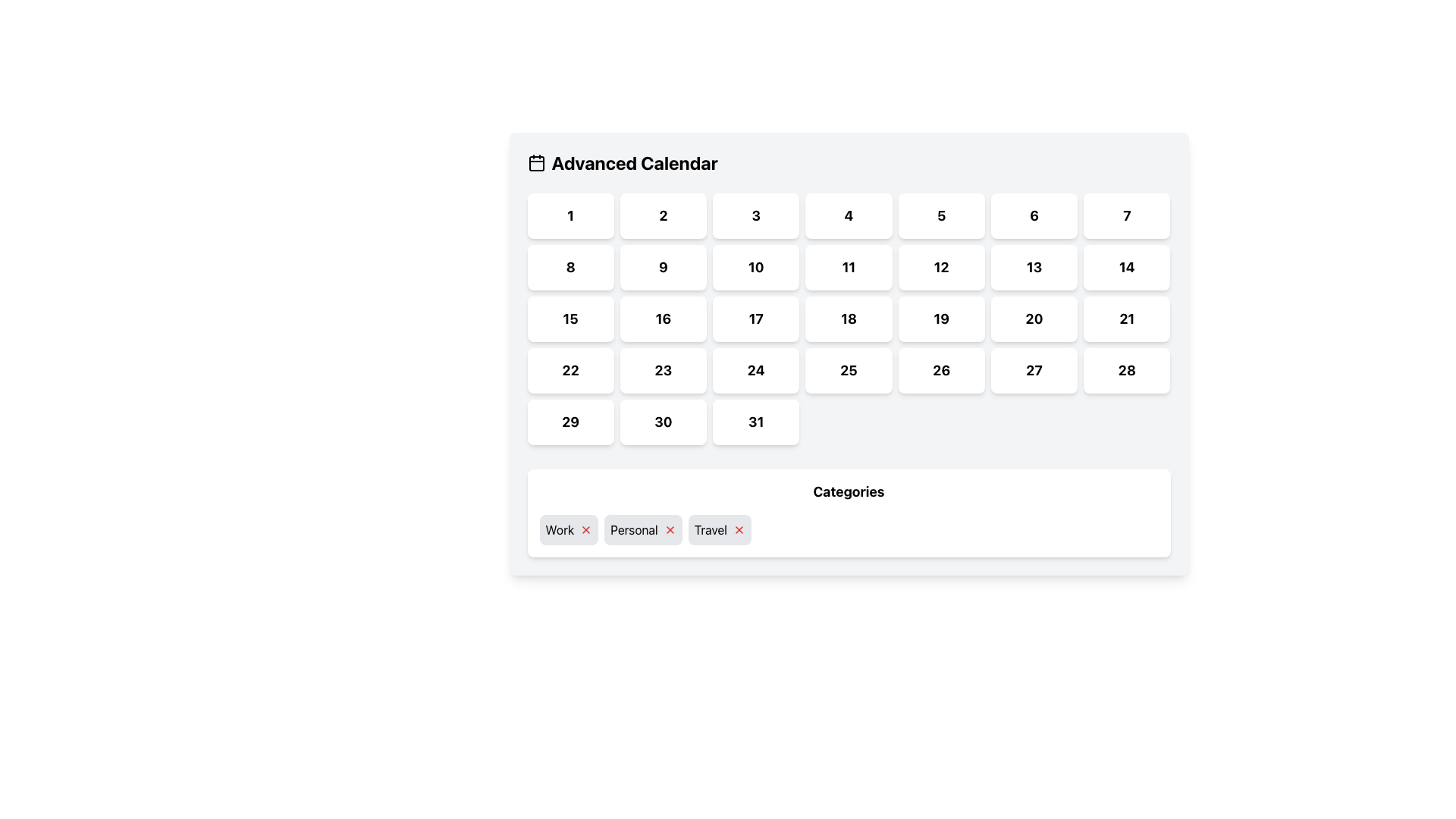 The height and width of the screenshot is (819, 1456). Describe the element at coordinates (1127, 318) in the screenshot. I see `the white rectangular button displaying the number '21' in bold, black text located in the third row and seventh column of the calendar grid` at that location.